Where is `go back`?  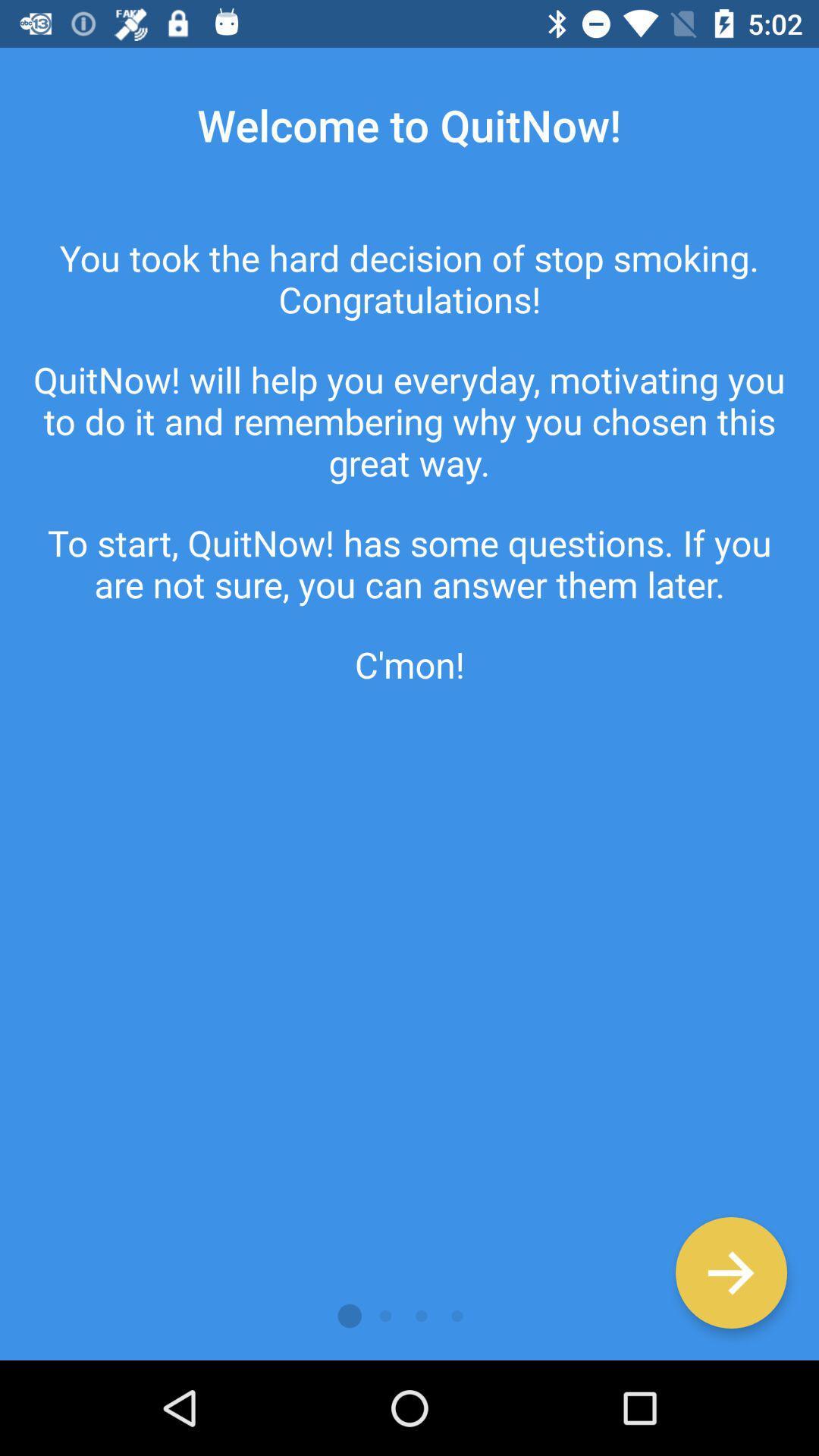
go back is located at coordinates (730, 1272).